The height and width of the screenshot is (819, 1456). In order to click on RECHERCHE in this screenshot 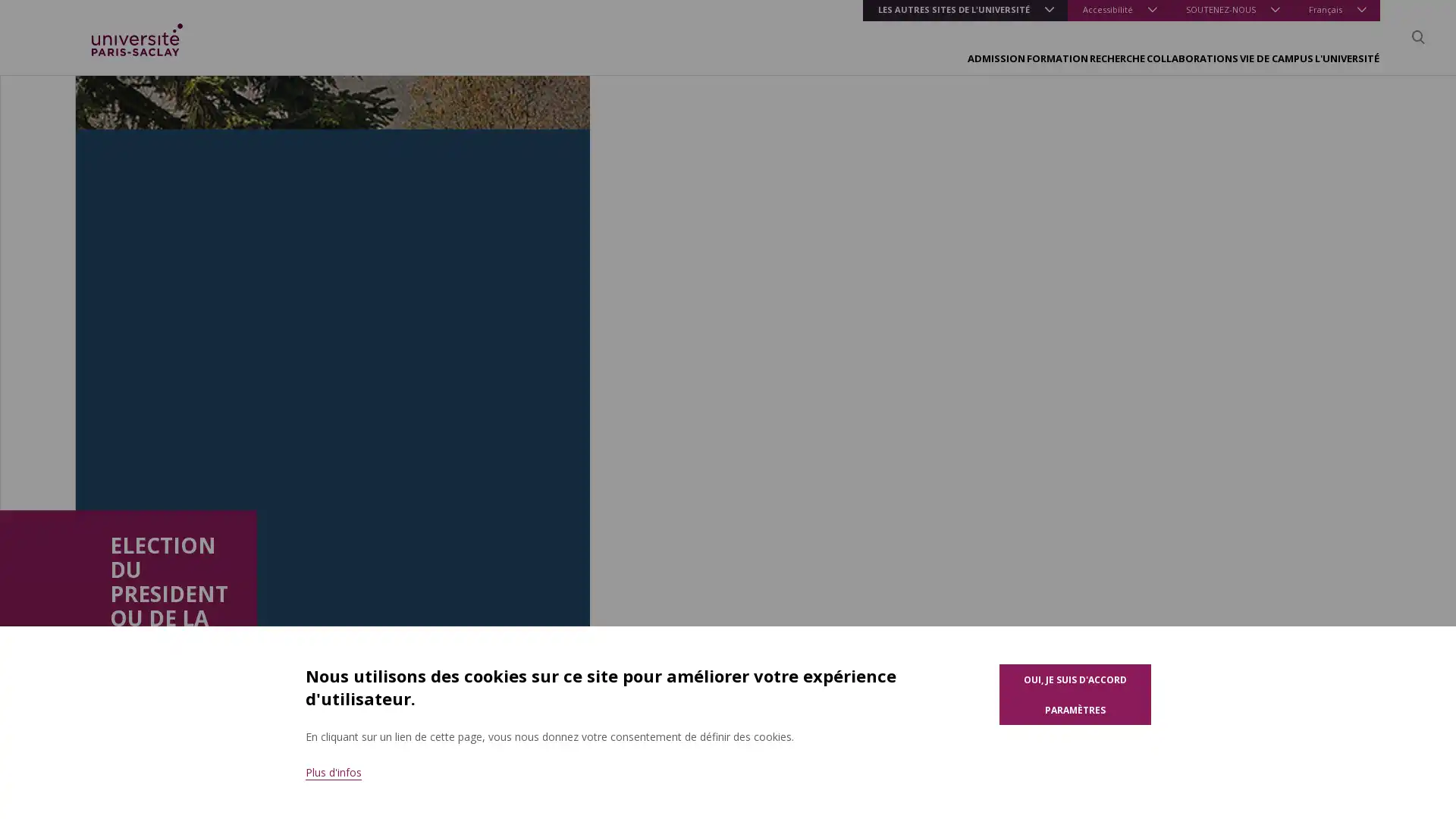, I will do `click(962, 52)`.